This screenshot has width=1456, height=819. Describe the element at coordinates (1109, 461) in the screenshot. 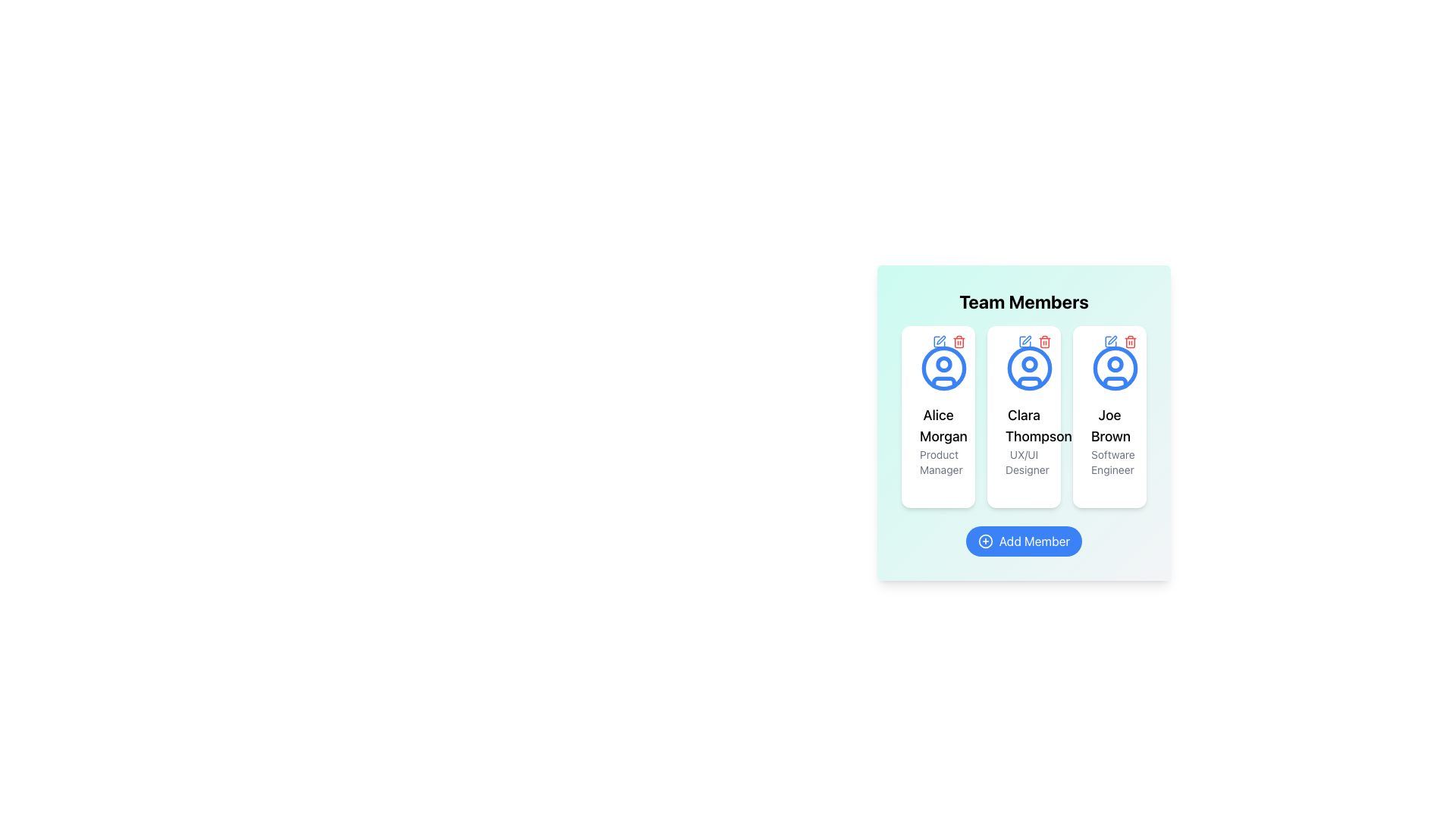

I see `the static text label that reads 'Software Engineer', which is styled in gray and located below the name 'Joe Brown' in the centered card layout` at that location.